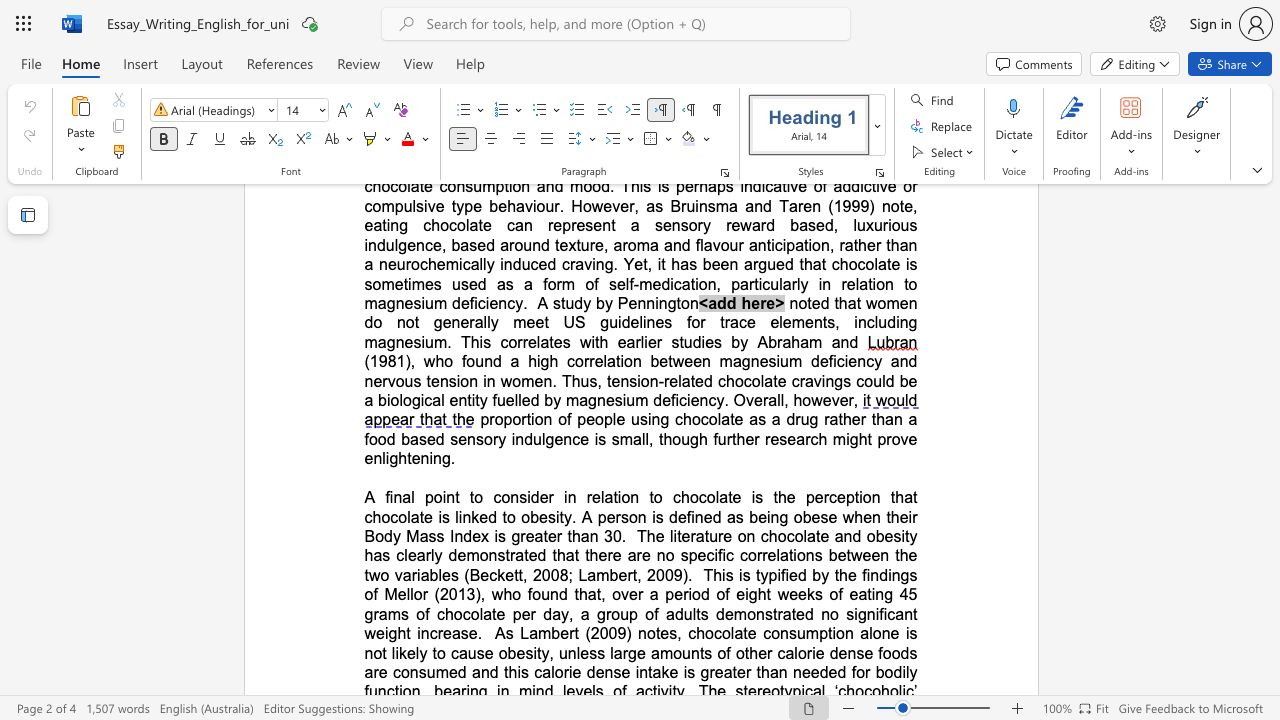  What do you see at coordinates (828, 555) in the screenshot?
I see `the subset text "between the two variables (Beckett, 200" within the text "that there are no specific correlations between the two variables (Beckett, 2008; Lambert, 2009)"` at bounding box center [828, 555].